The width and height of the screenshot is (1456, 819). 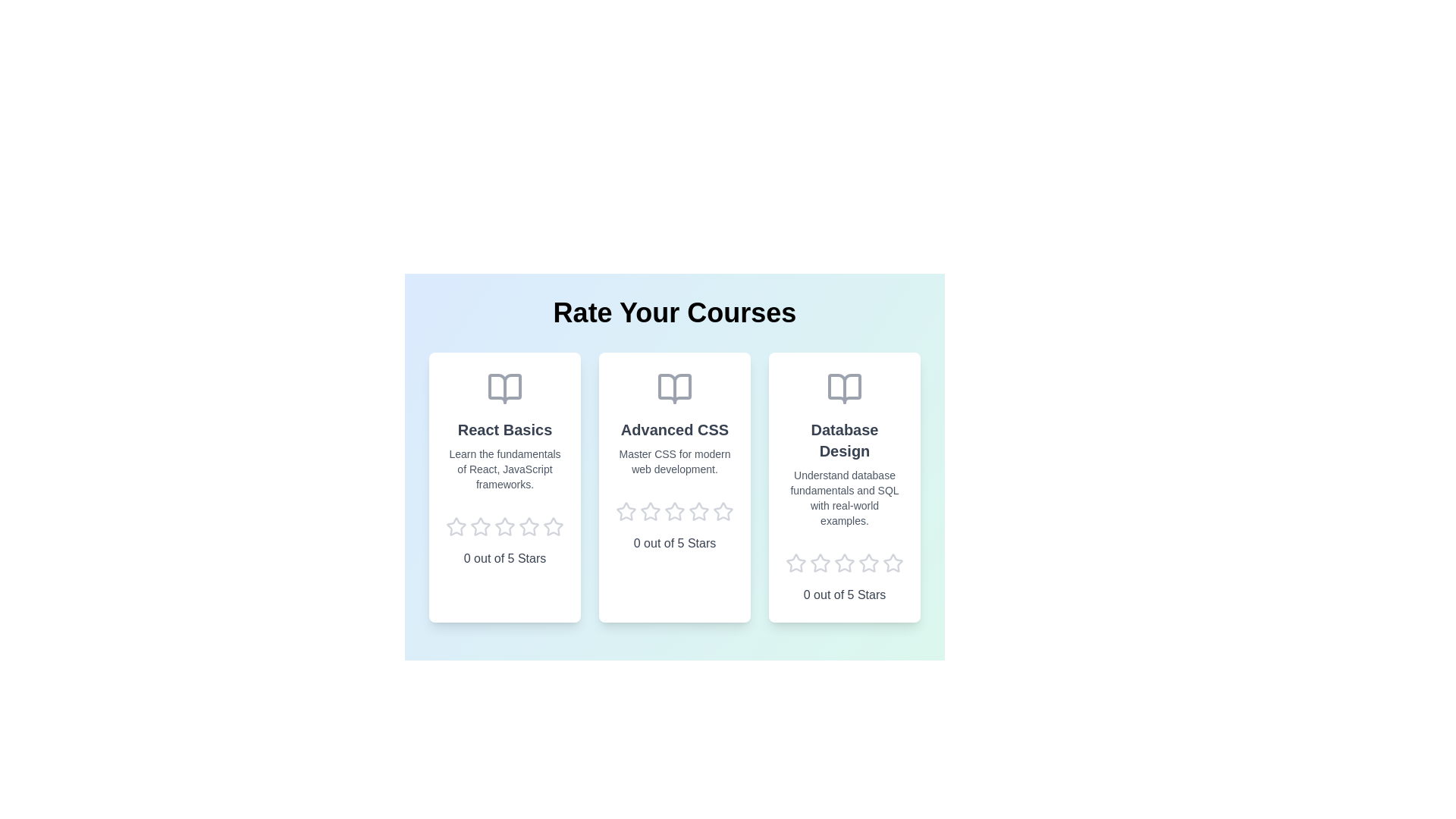 I want to click on the course titles to visually distinguish them, so click(x=505, y=430).